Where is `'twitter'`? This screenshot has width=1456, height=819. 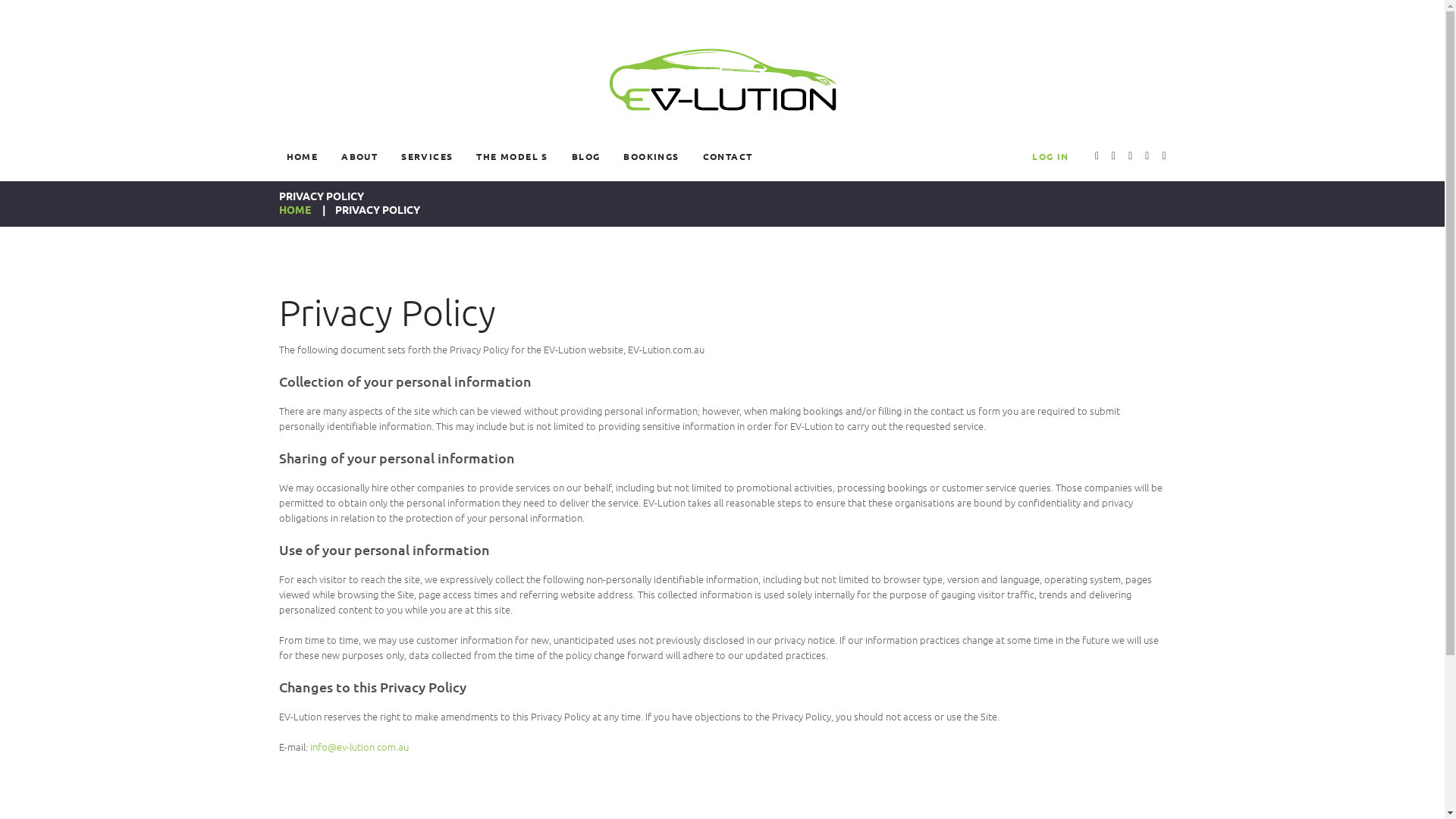
'twitter' is located at coordinates (1111, 157).